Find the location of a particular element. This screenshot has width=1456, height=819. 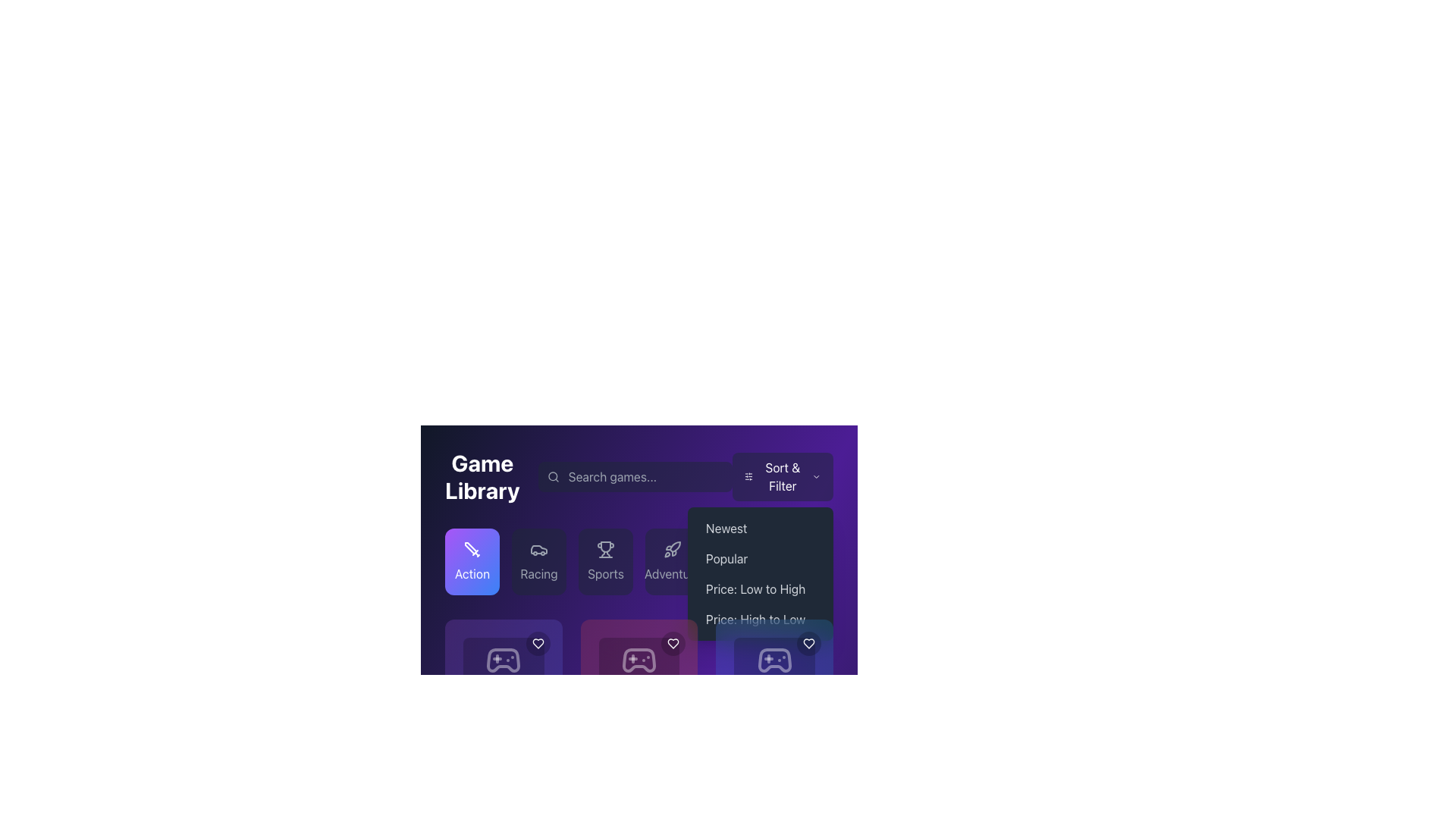

the gaming category icon located in the second row, second column of the grid in the 'Game Library' section is located at coordinates (639, 660).